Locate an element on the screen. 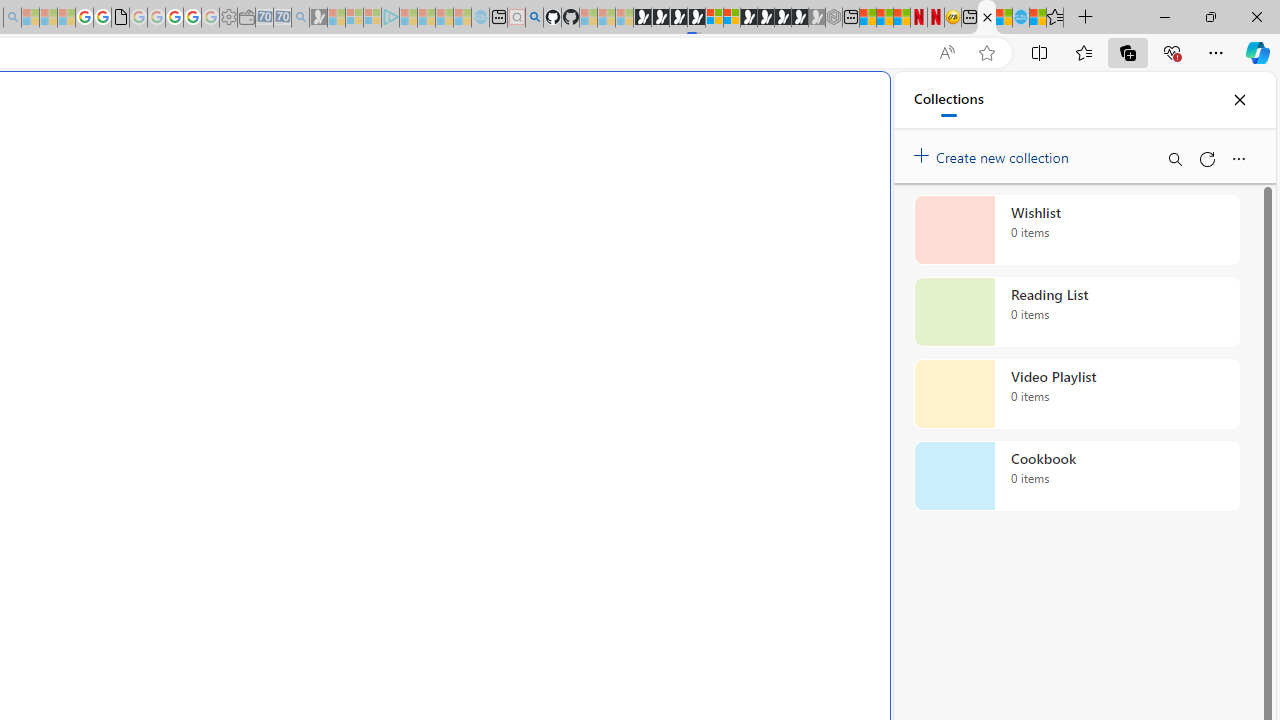  'Tabs you' is located at coordinates (276, 265).